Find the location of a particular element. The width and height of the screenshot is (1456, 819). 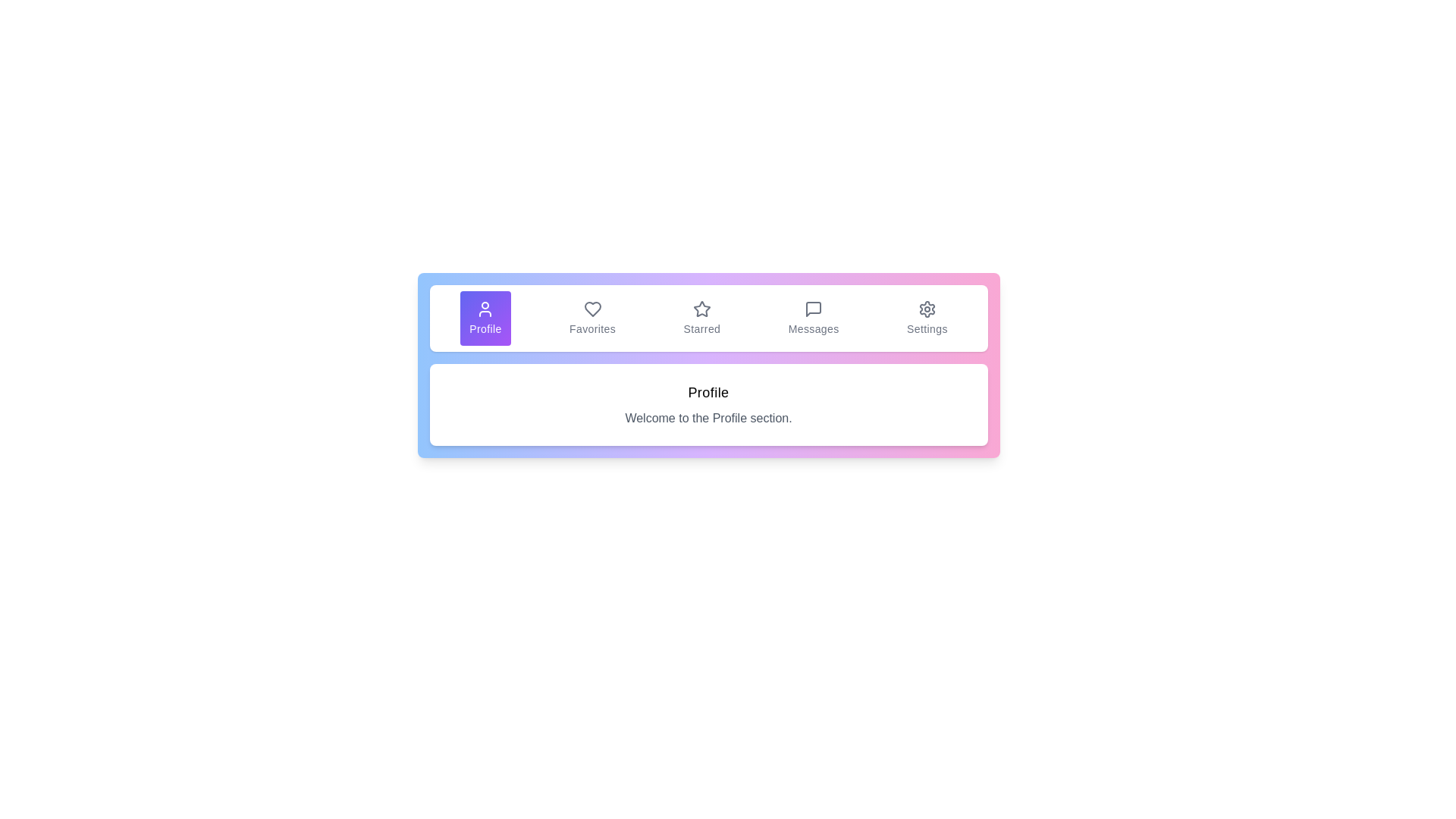

the tab labeled Profile is located at coordinates (484, 318).